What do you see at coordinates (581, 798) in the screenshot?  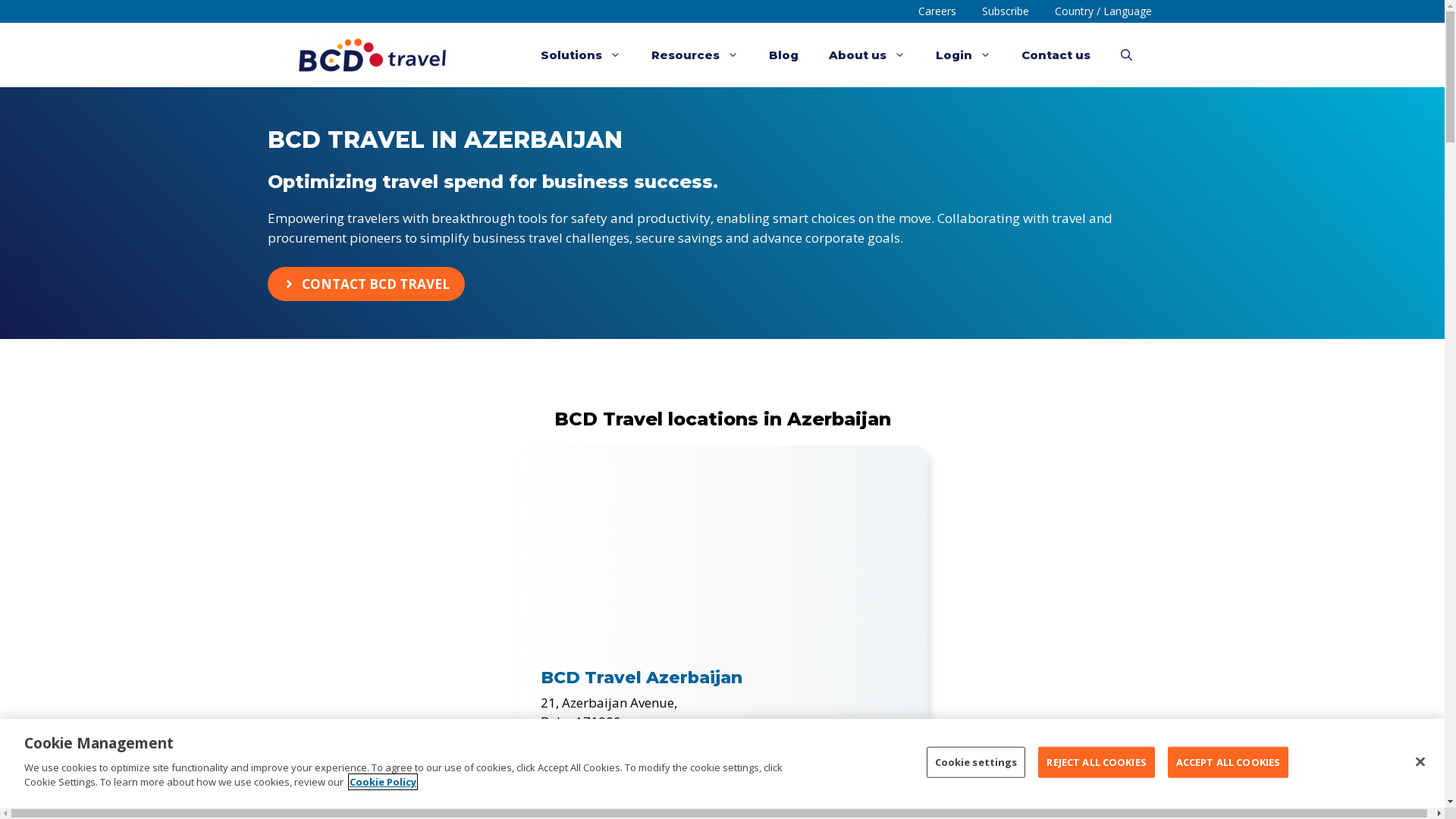 I see `'Get Directions'` at bounding box center [581, 798].